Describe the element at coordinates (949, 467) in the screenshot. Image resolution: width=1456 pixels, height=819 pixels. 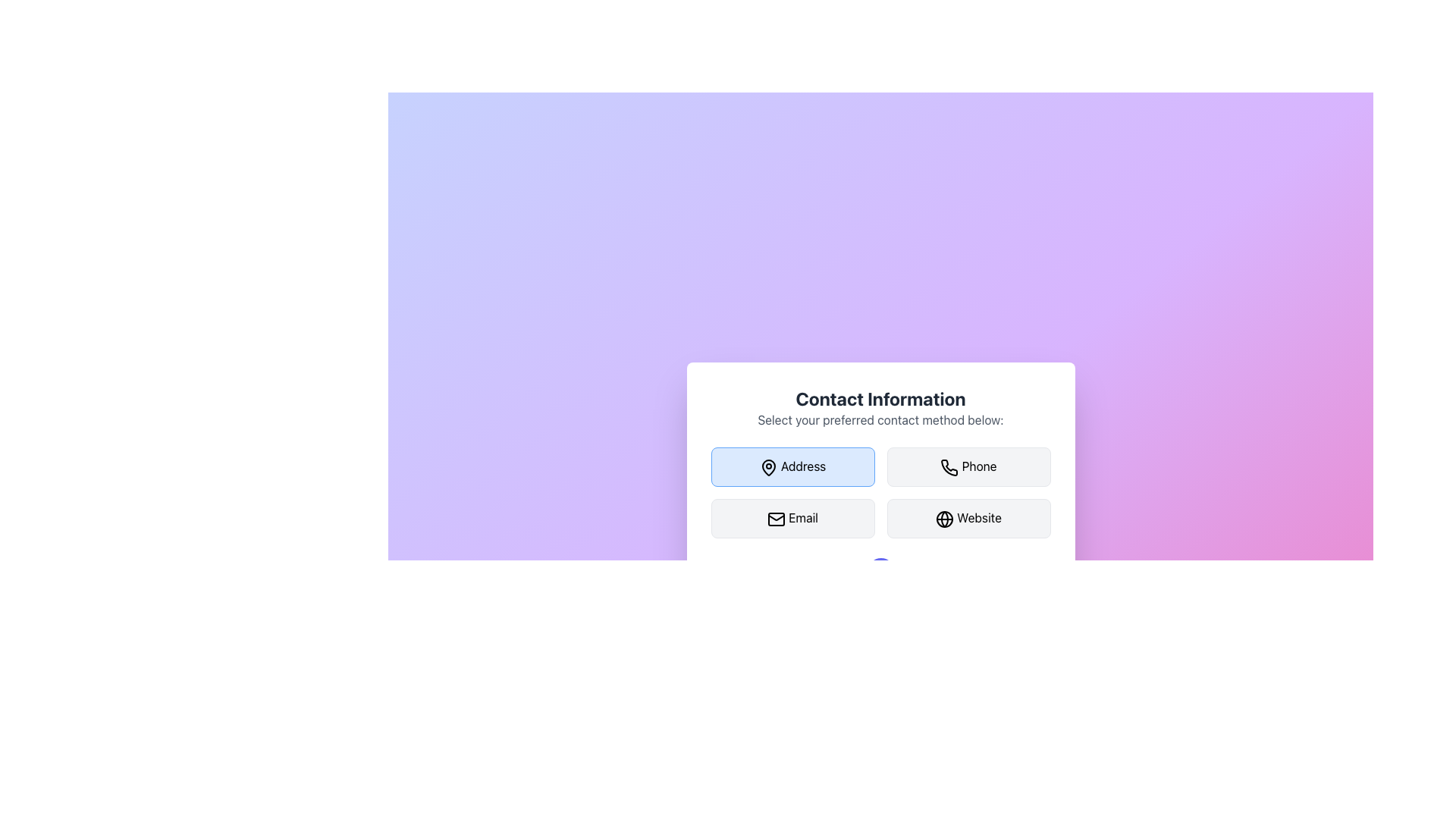
I see `the telephone receiver icon within the 'Phone' button in the contact method selection interface, located in the top-right corner of the options` at that location.